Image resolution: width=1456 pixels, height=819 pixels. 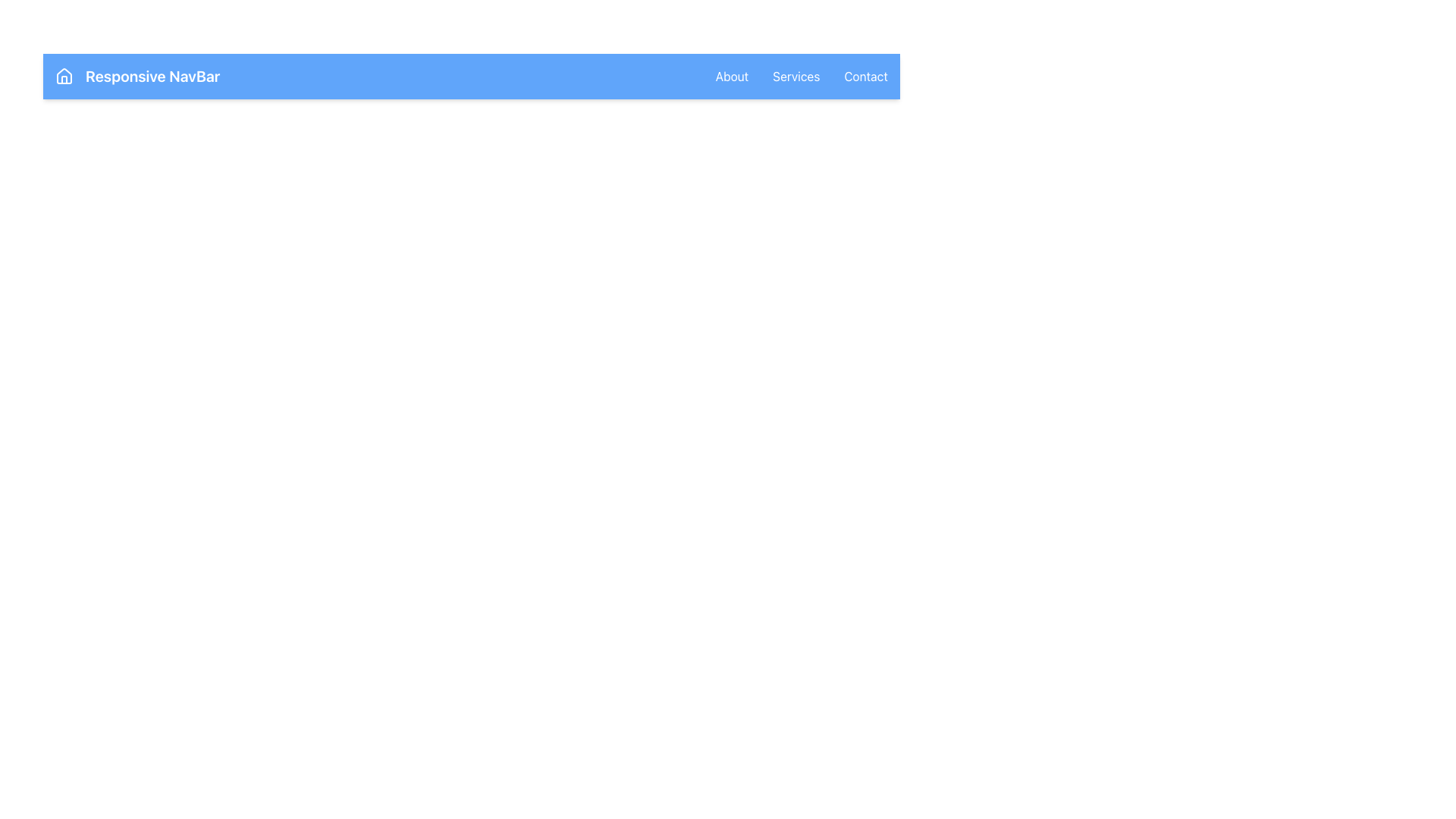 What do you see at coordinates (64, 76) in the screenshot?
I see `the small white house icon` at bounding box center [64, 76].